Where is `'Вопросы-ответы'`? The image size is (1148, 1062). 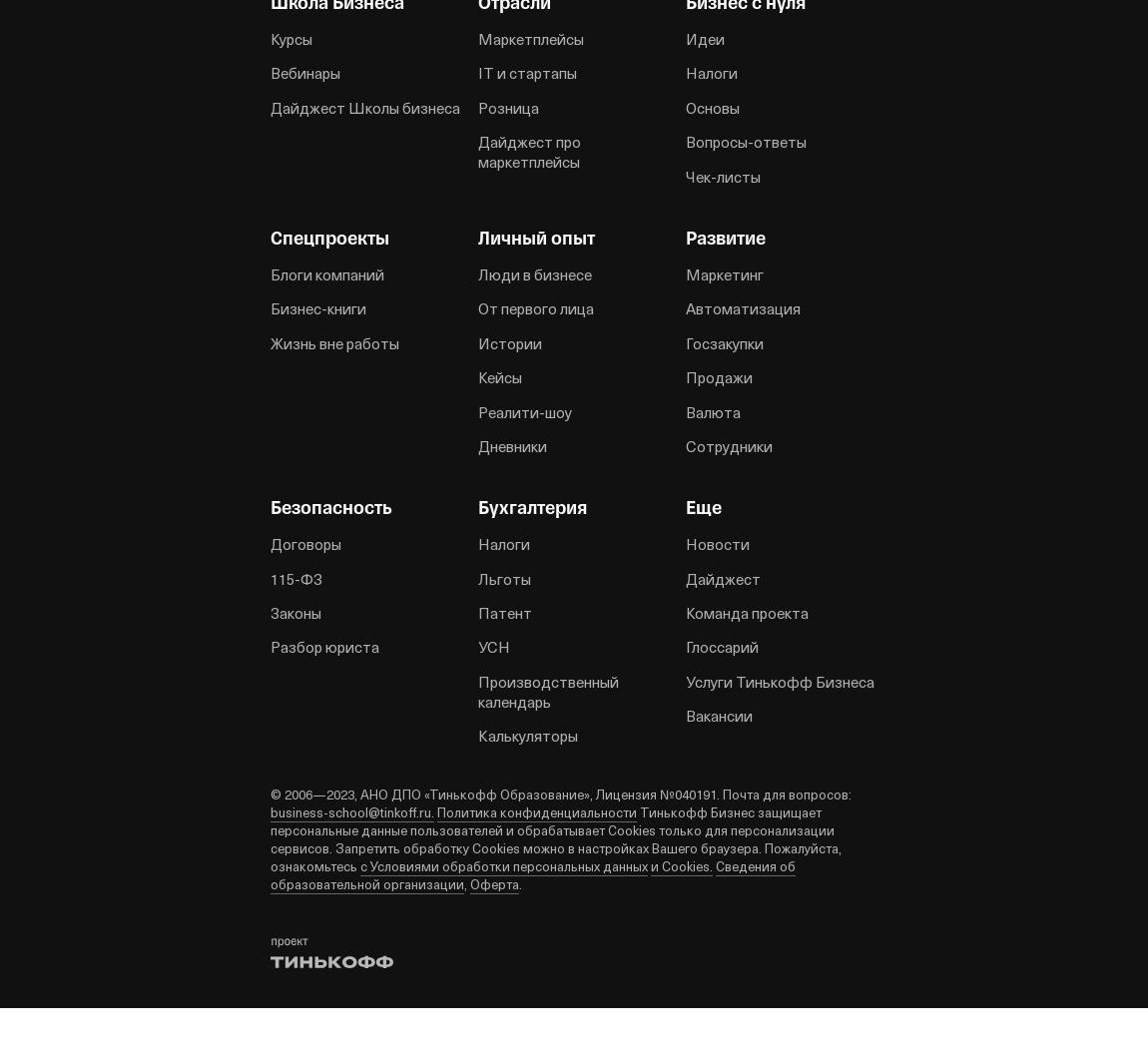
'Вопросы-ответы' is located at coordinates (745, 142).